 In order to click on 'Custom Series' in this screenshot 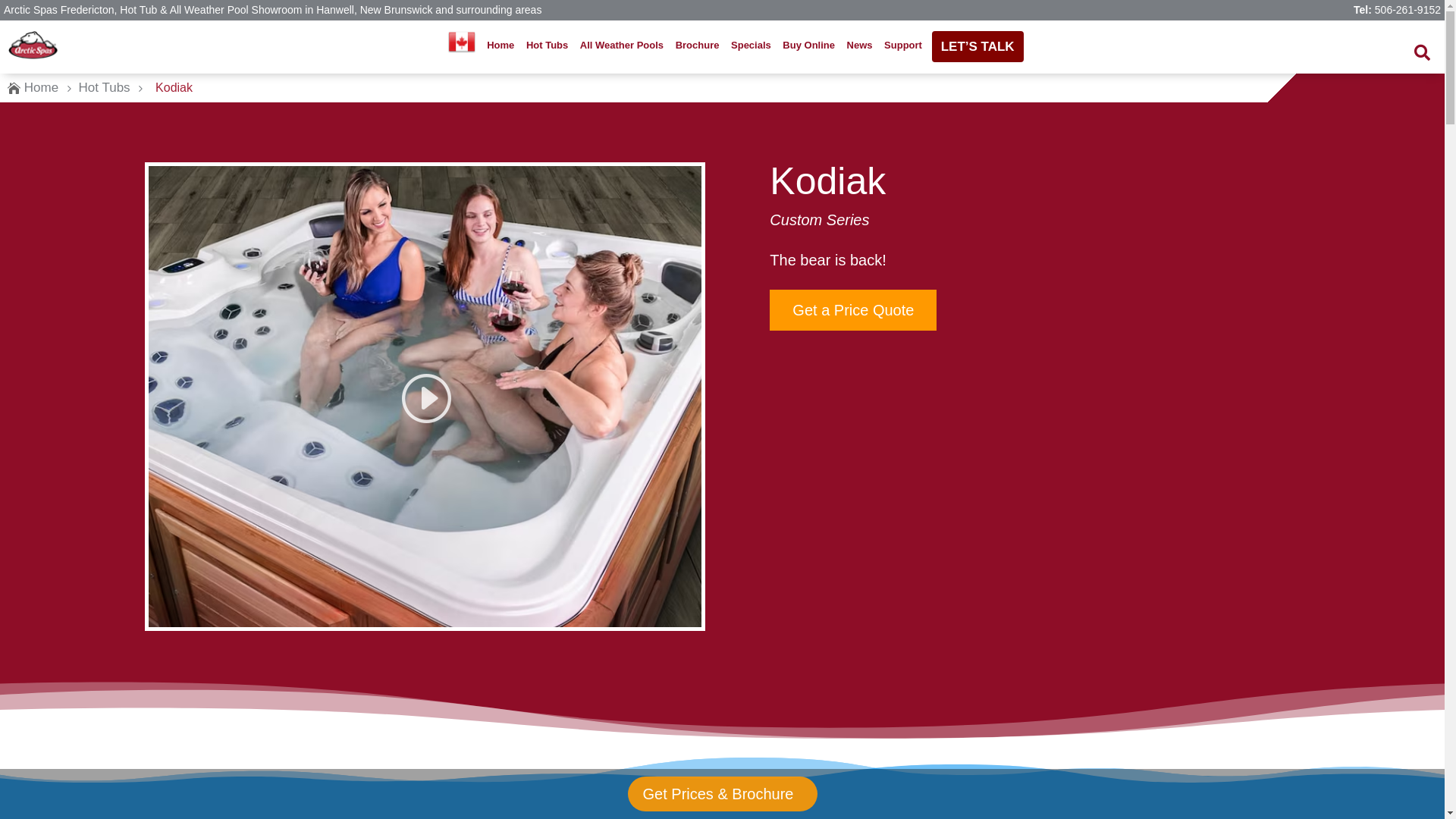, I will do `click(818, 219)`.